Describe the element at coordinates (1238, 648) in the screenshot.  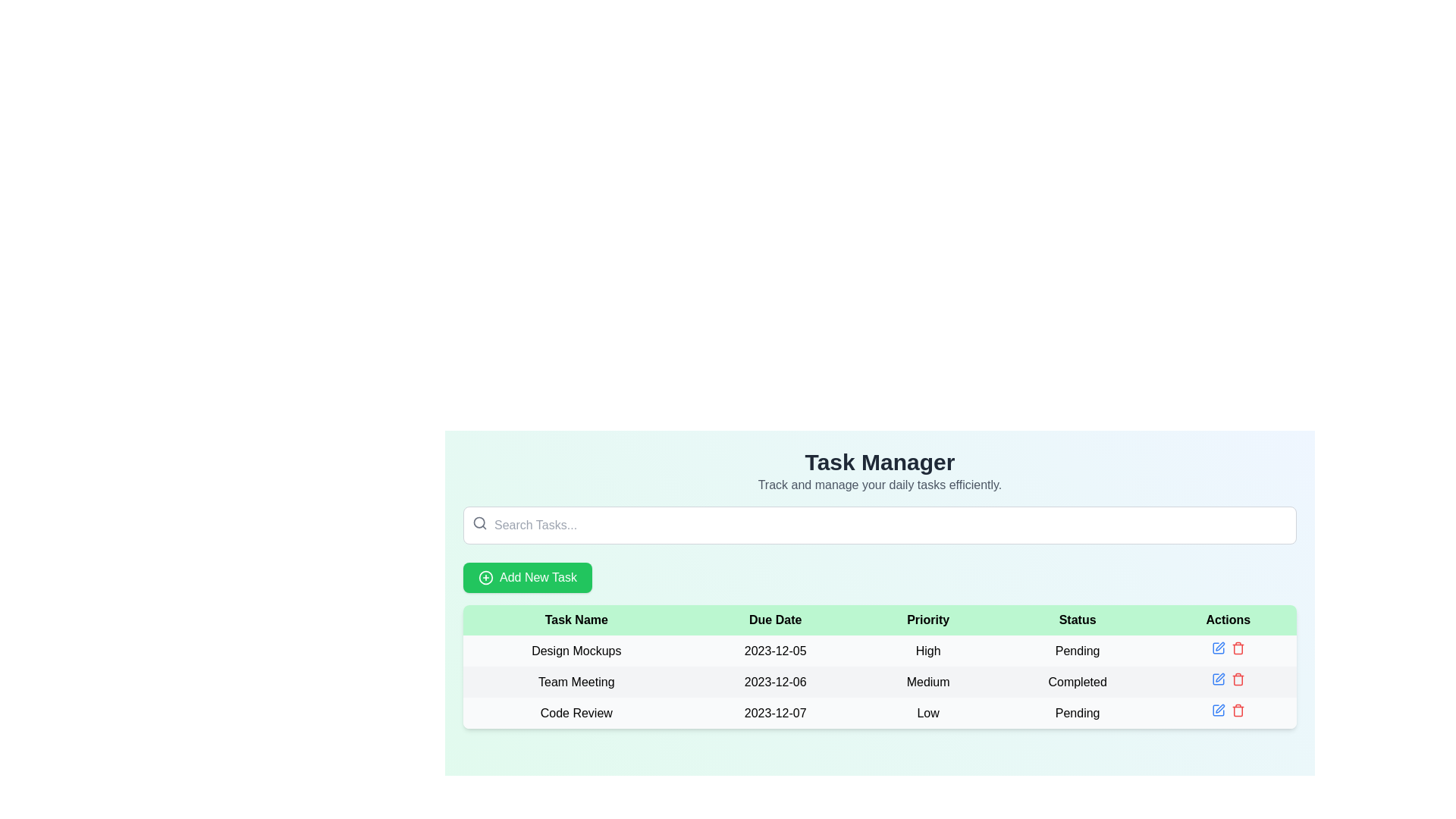
I see `the trash can icon representing the delete action for the 'Code Review' task in the third row of the table` at that location.